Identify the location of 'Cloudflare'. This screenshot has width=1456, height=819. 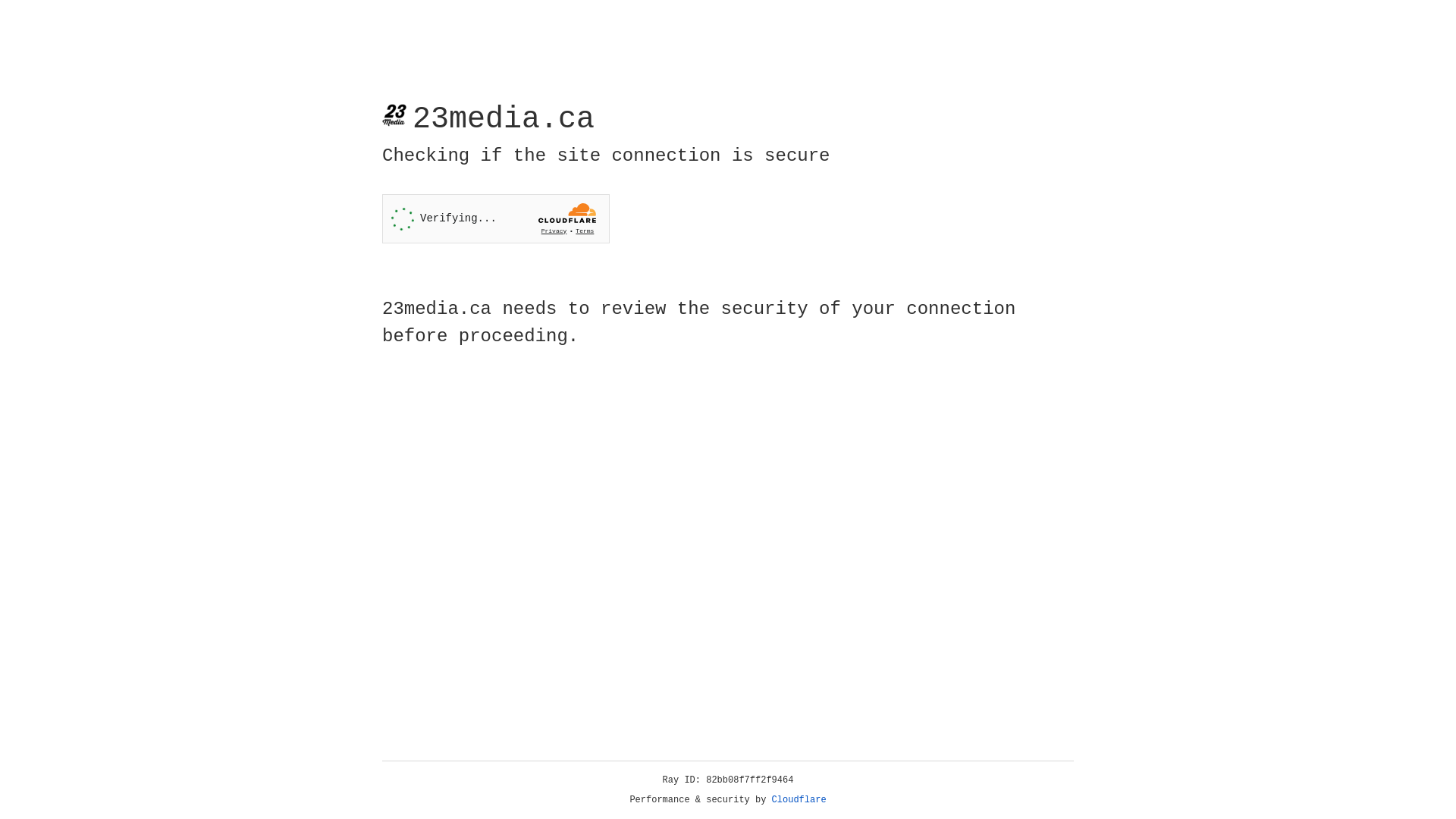
(771, 799).